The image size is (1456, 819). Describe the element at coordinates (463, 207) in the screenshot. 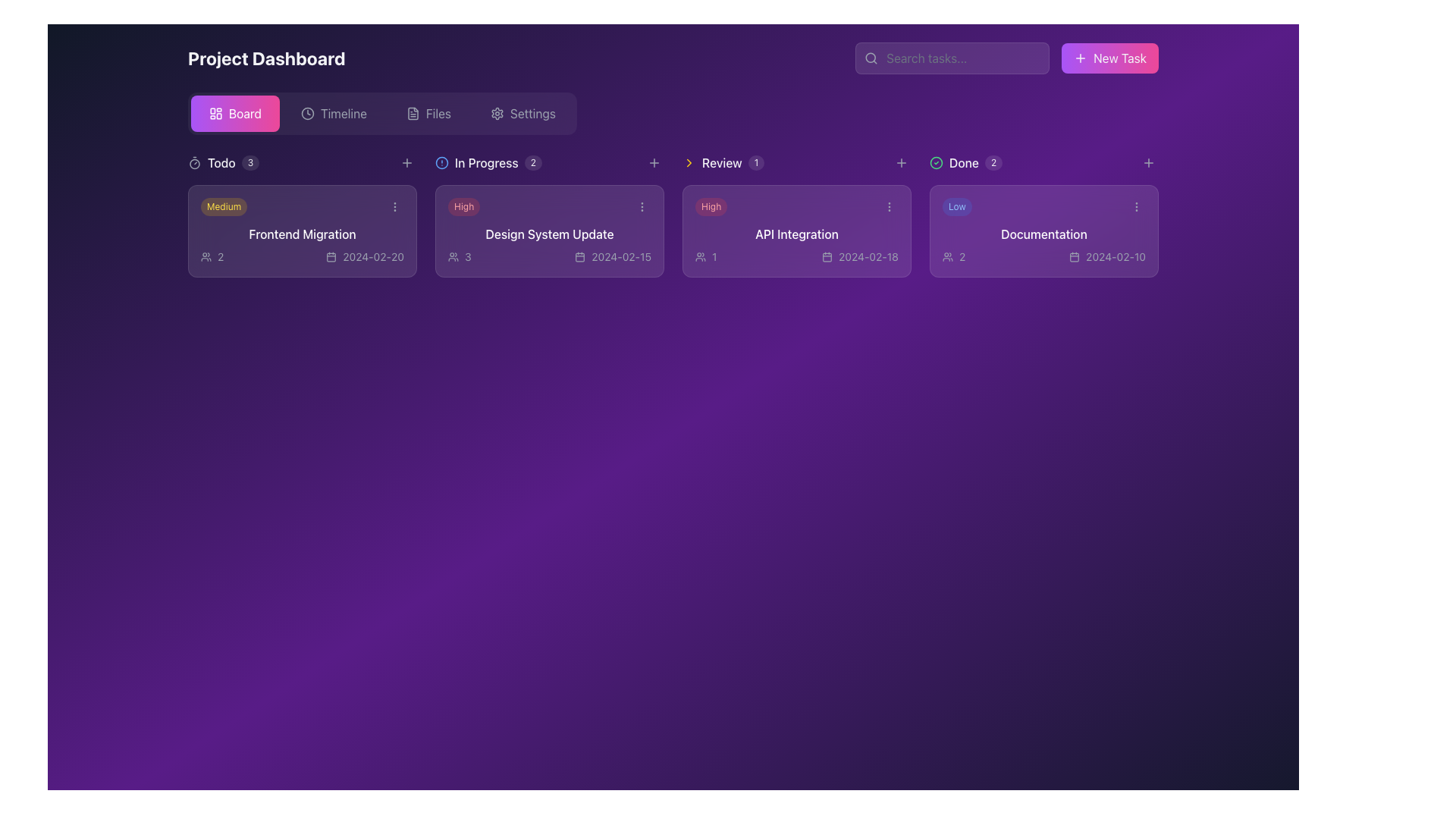

I see `the 'High' priority badge located inside the 'Design System Update' card in the 'In Progress' column, positioned to the left of the ellipsis menu` at that location.